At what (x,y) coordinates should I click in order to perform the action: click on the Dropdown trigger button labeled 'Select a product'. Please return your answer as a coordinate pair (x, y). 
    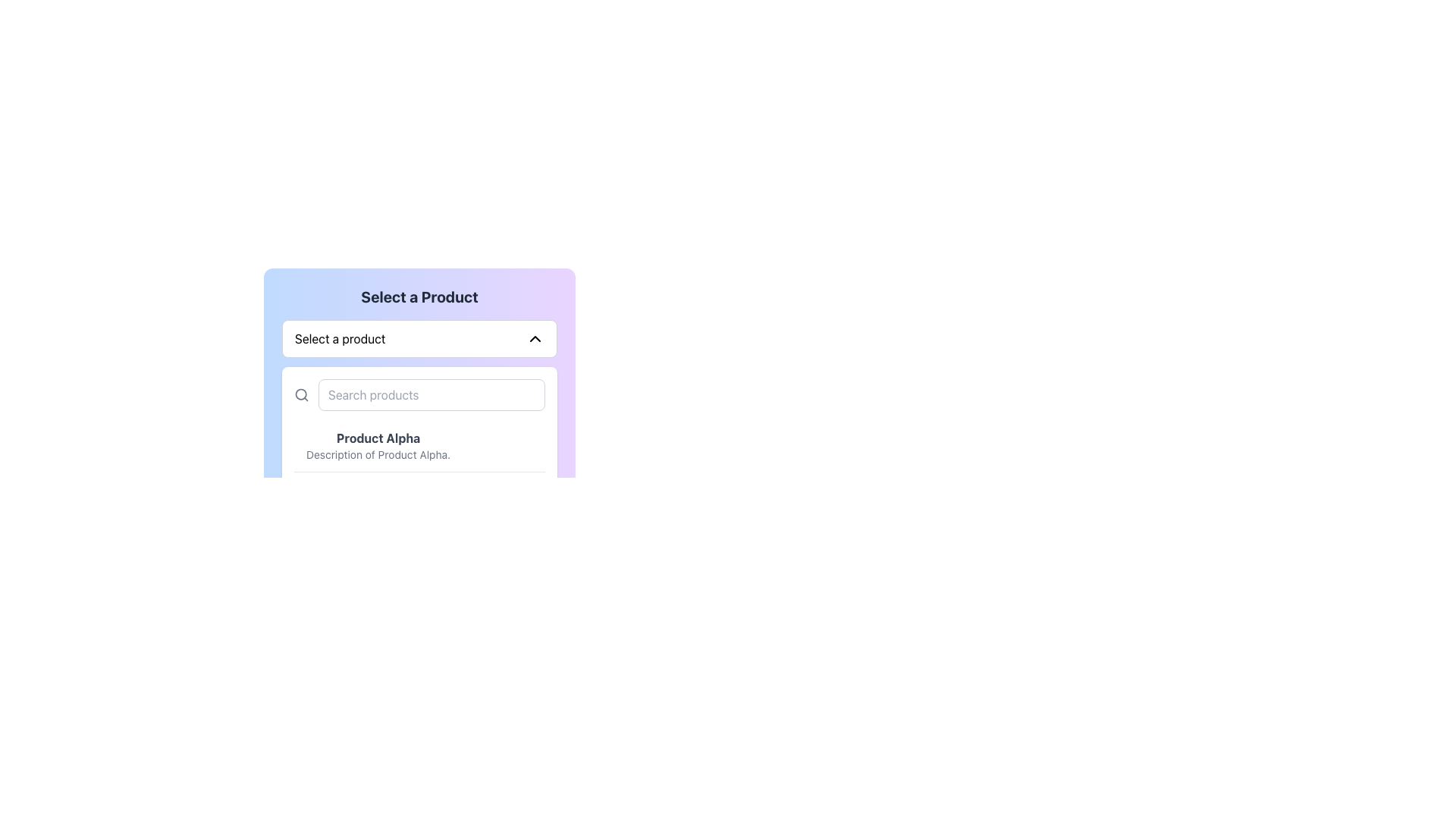
    Looking at the image, I should click on (419, 338).